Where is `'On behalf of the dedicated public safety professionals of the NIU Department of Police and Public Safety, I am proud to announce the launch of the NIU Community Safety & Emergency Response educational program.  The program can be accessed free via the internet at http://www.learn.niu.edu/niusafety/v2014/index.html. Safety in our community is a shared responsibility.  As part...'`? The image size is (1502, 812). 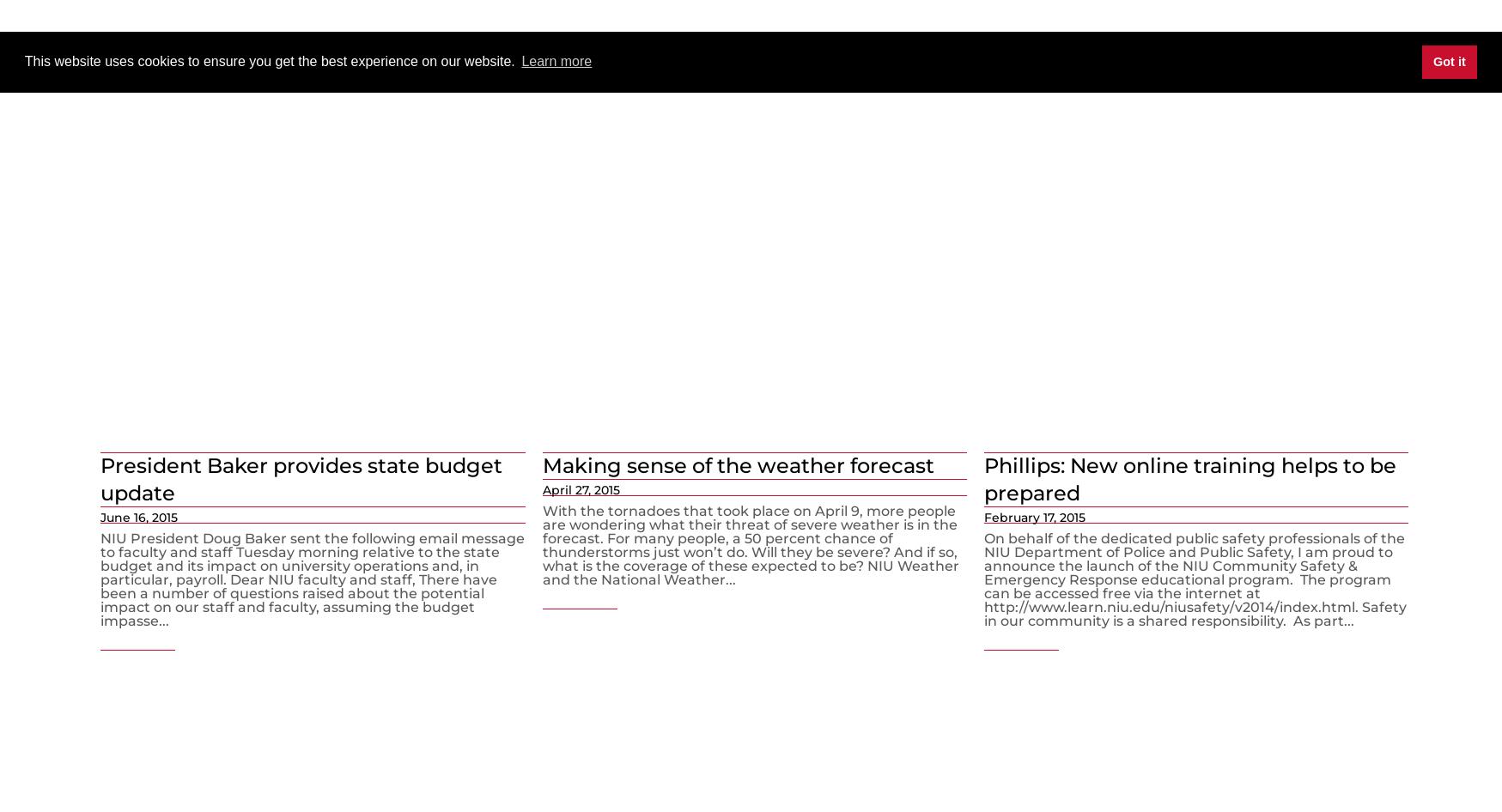 'On behalf of the dedicated public safety professionals of the NIU Department of Police and Public Safety, I am proud to announce the launch of the NIU Community Safety & Emergency Response educational program.  The program can be accessed free via the internet at http://www.learn.niu.edu/niusafety/v2014/index.html. Safety in our community is a shared responsibility.  As part...' is located at coordinates (983, 579).